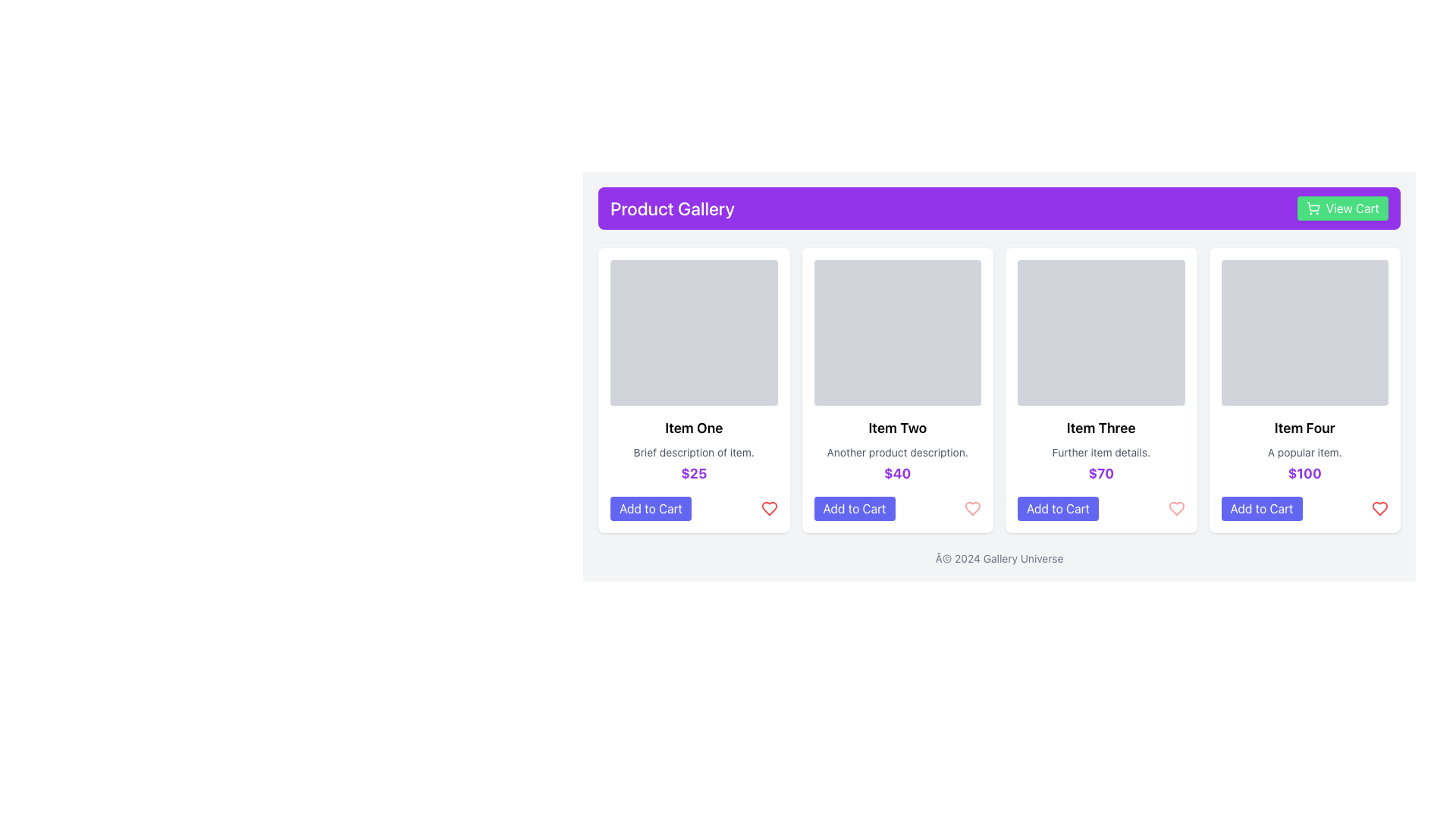  What do you see at coordinates (855, 509) in the screenshot?
I see `the 'Add to Cart' button with white text on a purple background located at the bottom center of 'Item Two' in the product gallery` at bounding box center [855, 509].